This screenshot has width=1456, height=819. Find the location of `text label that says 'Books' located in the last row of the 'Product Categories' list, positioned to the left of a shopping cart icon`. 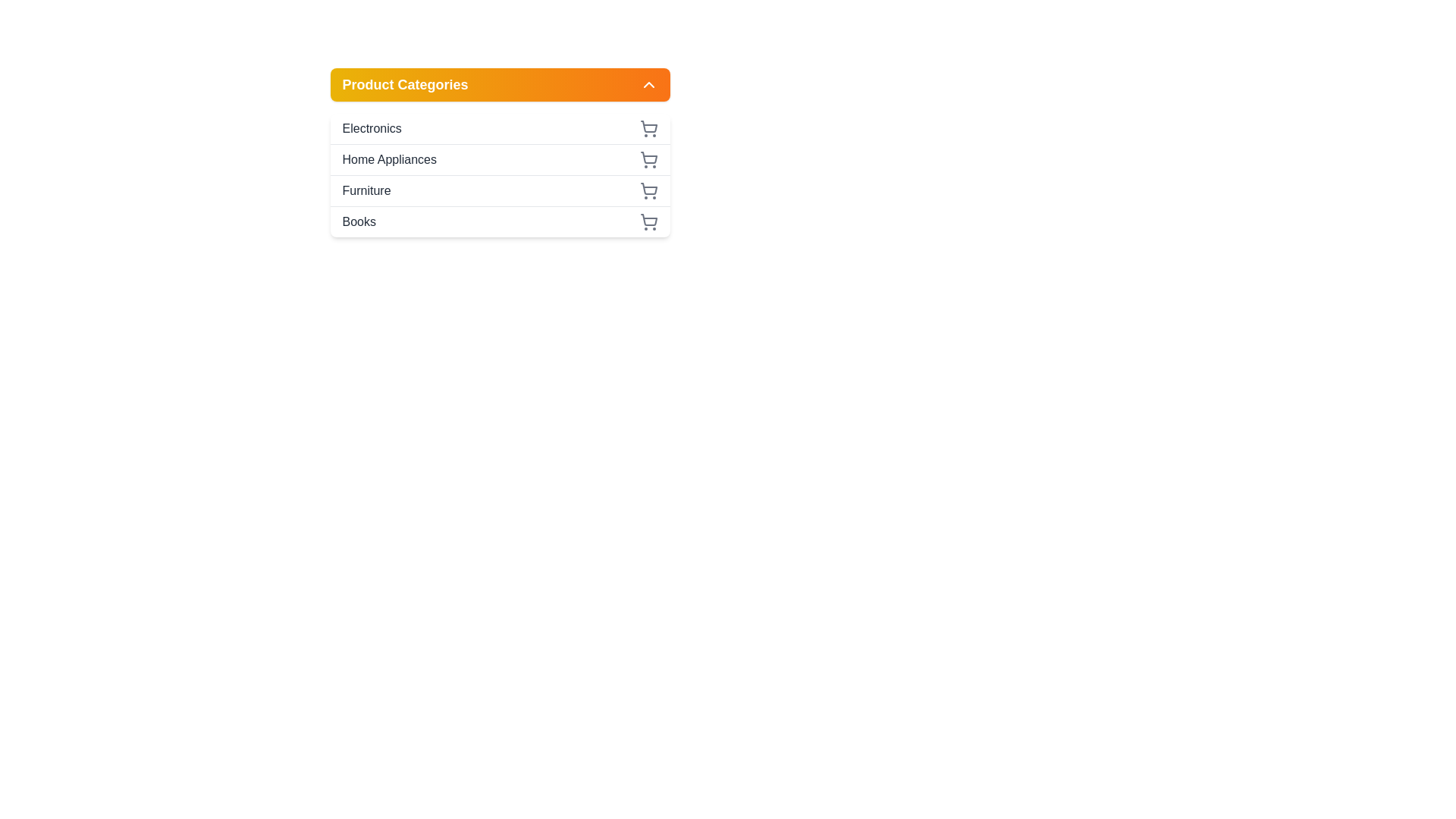

text label that says 'Books' located in the last row of the 'Product Categories' list, positioned to the left of a shopping cart icon is located at coordinates (358, 222).